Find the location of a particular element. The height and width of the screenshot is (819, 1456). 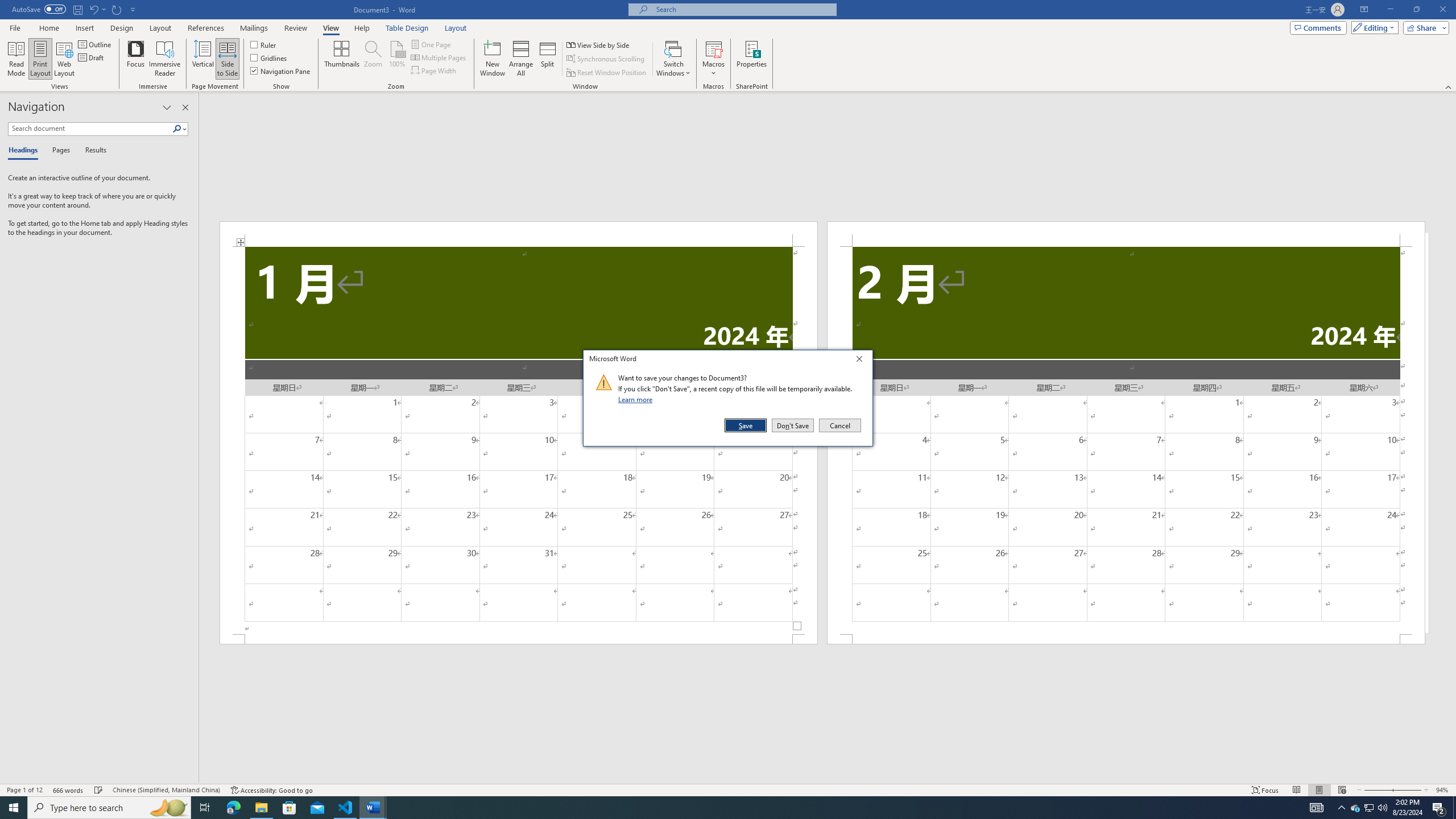

'Header -Section 2-' is located at coordinates (1126, 233).